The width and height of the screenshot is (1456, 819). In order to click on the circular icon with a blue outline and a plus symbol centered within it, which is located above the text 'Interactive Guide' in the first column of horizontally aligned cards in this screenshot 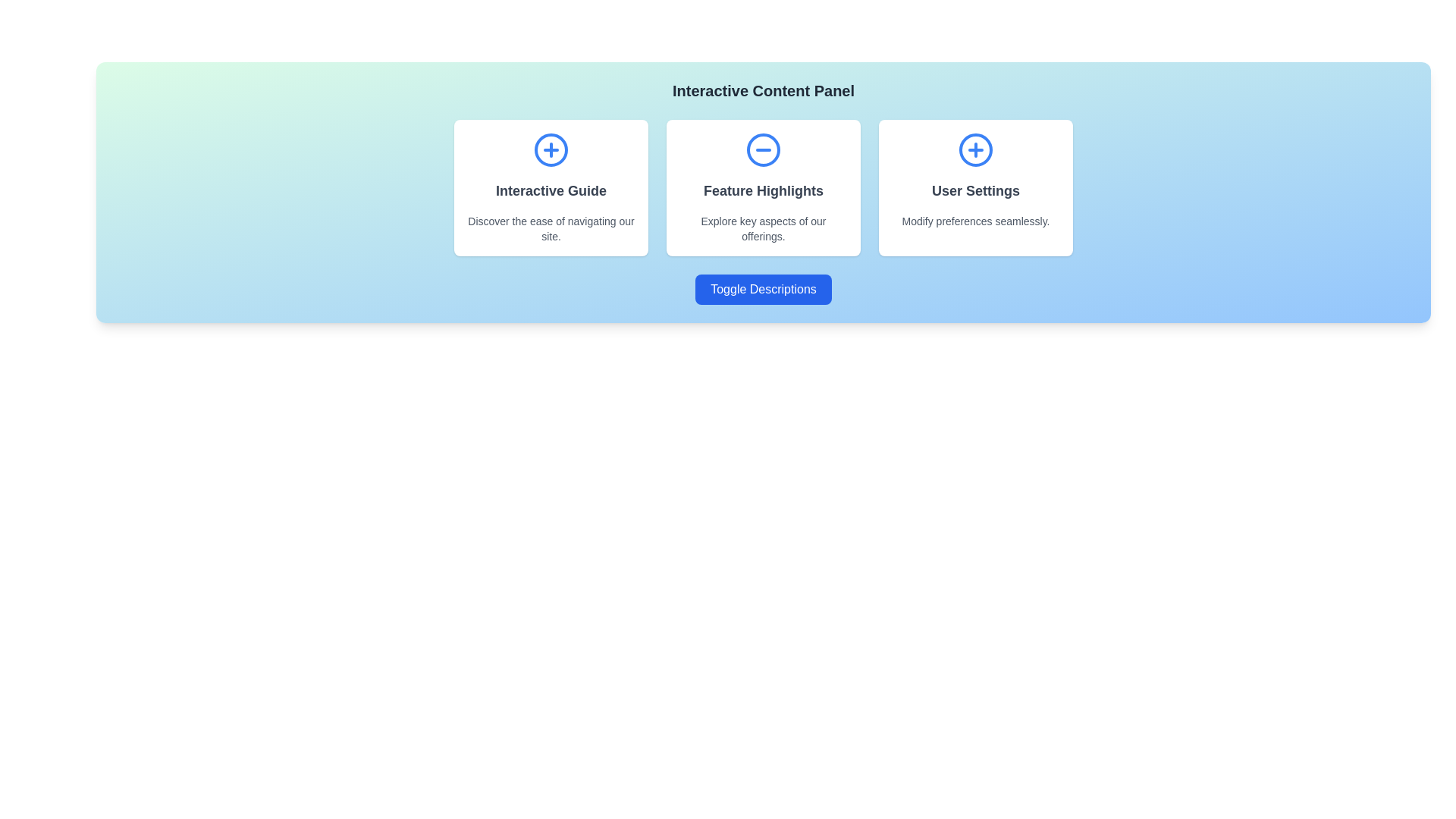, I will do `click(550, 149)`.